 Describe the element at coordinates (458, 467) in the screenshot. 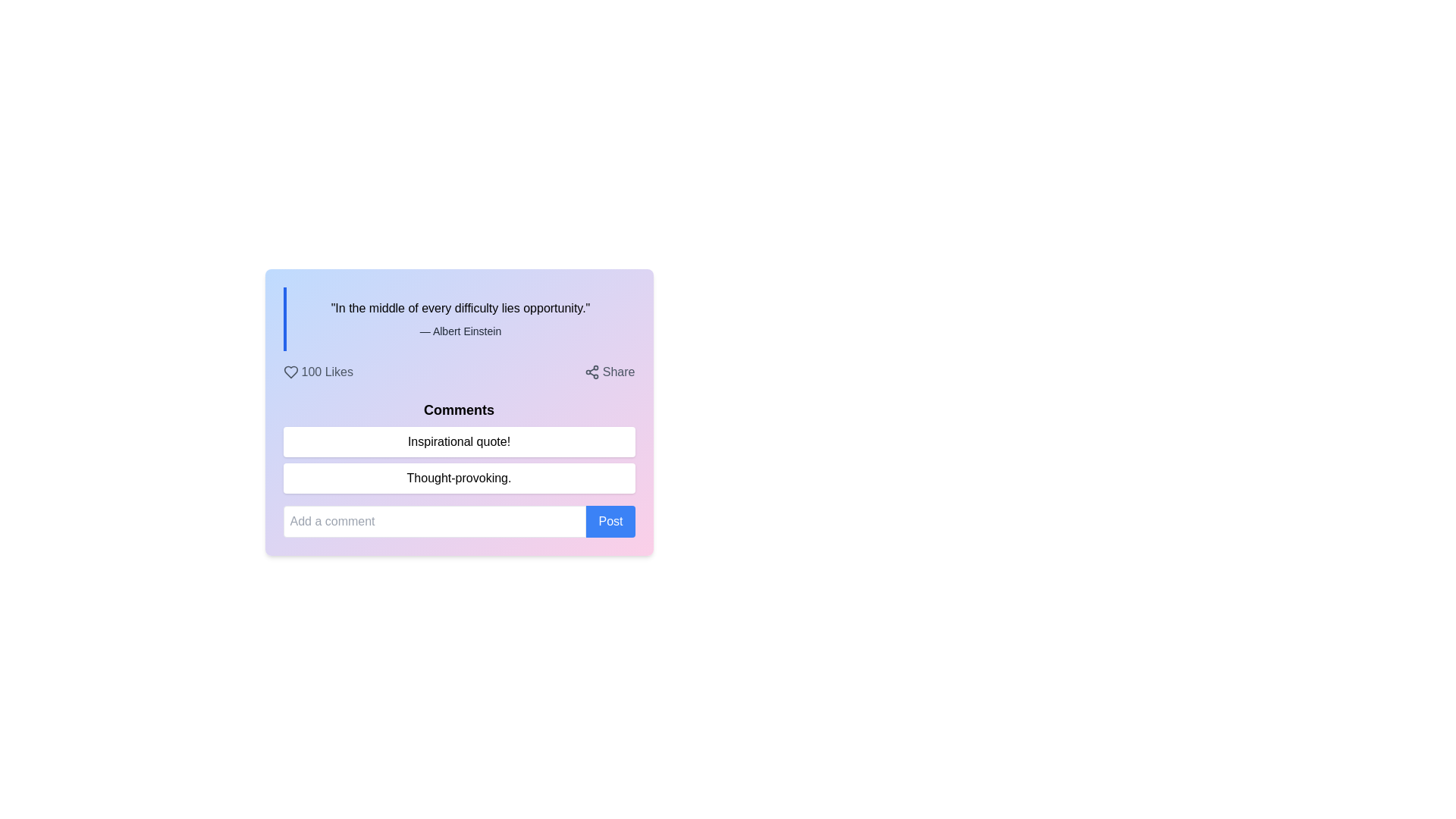

I see `the Text Display Box containing the content 'Thought-provoking.'` at that location.